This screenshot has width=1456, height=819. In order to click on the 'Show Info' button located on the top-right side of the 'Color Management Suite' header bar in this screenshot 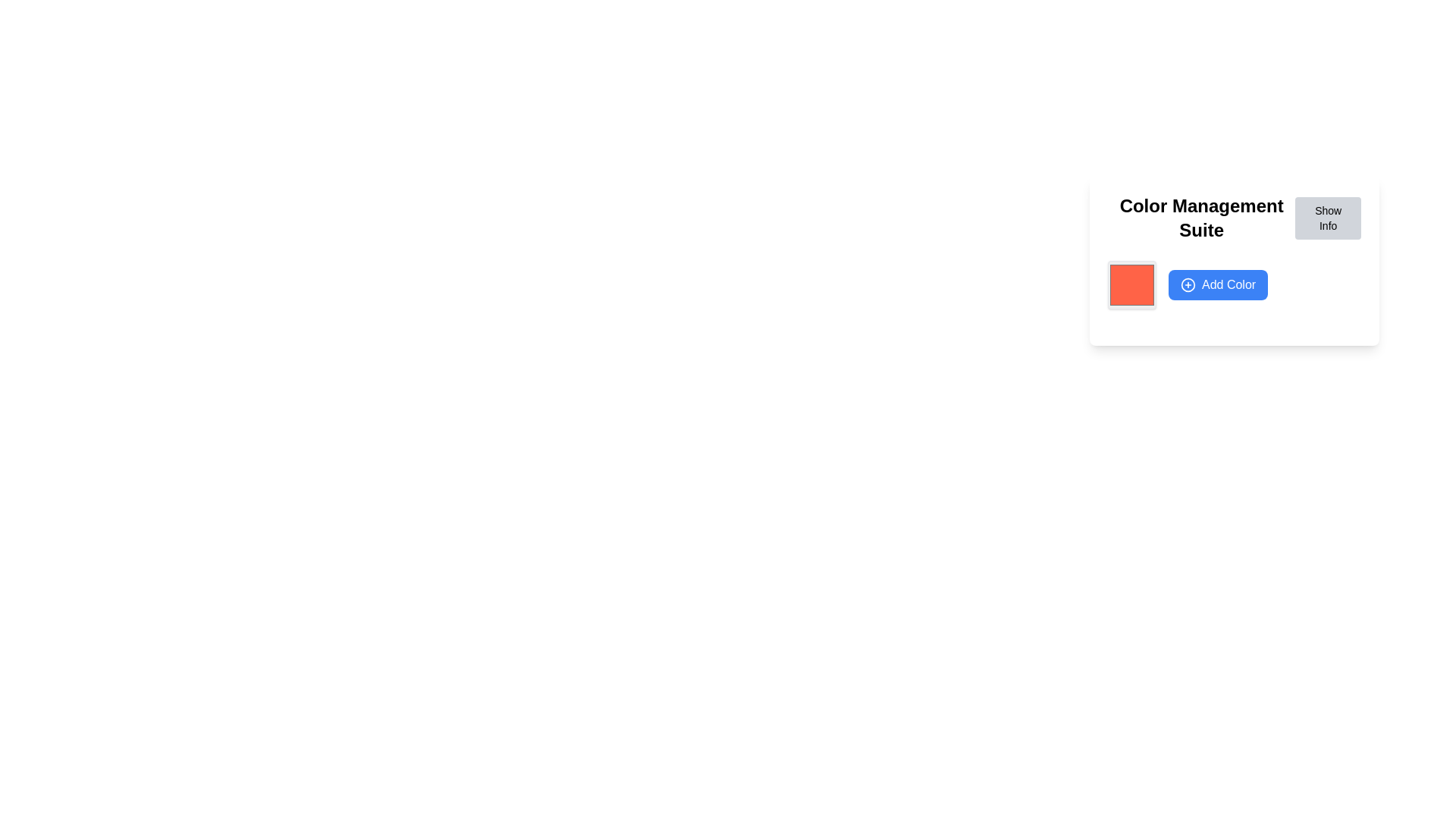, I will do `click(1327, 218)`.